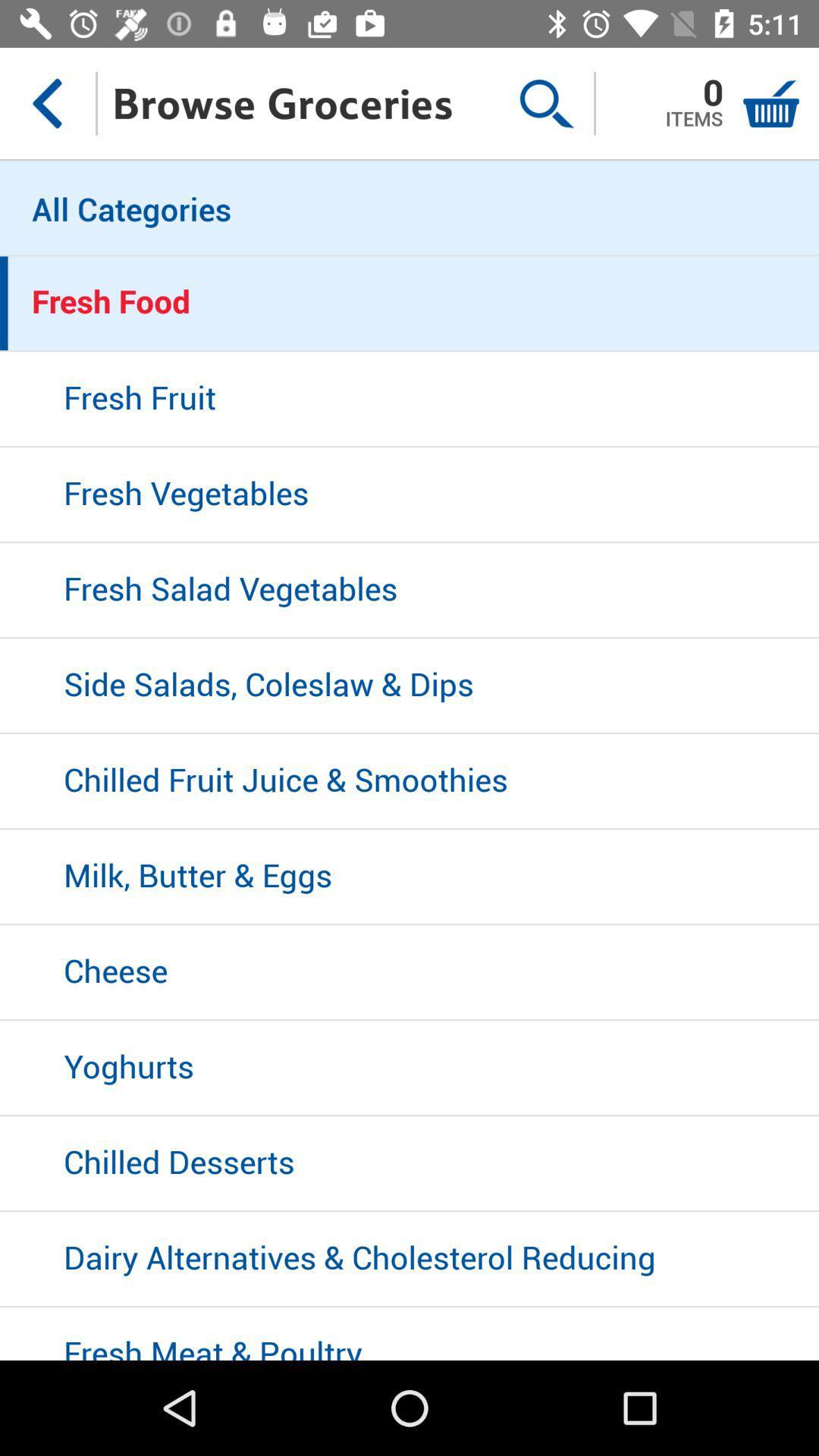 The width and height of the screenshot is (819, 1456). I want to click on the item next to the browse groceries item, so click(546, 102).